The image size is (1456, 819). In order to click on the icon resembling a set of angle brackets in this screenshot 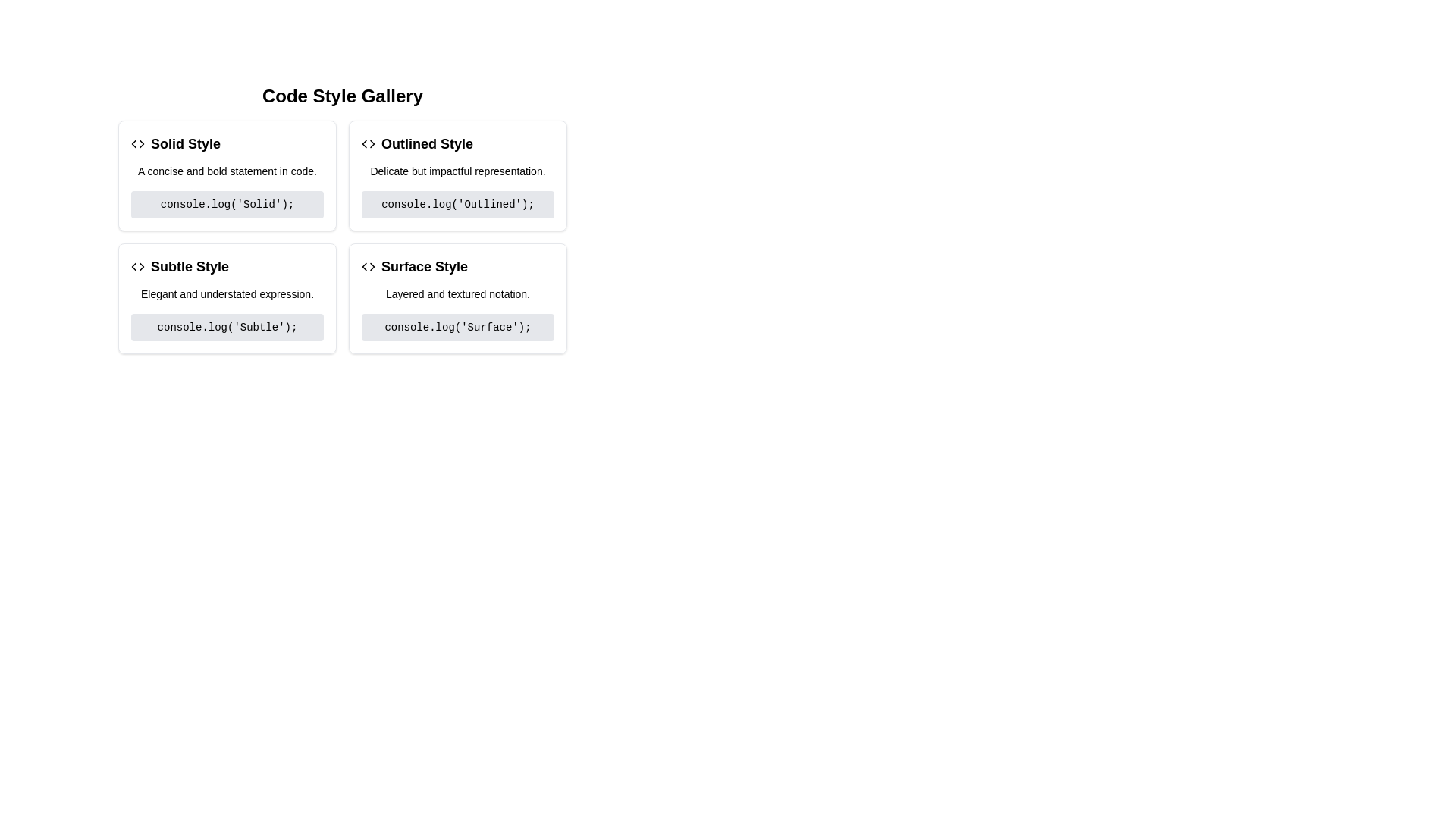, I will do `click(138, 265)`.